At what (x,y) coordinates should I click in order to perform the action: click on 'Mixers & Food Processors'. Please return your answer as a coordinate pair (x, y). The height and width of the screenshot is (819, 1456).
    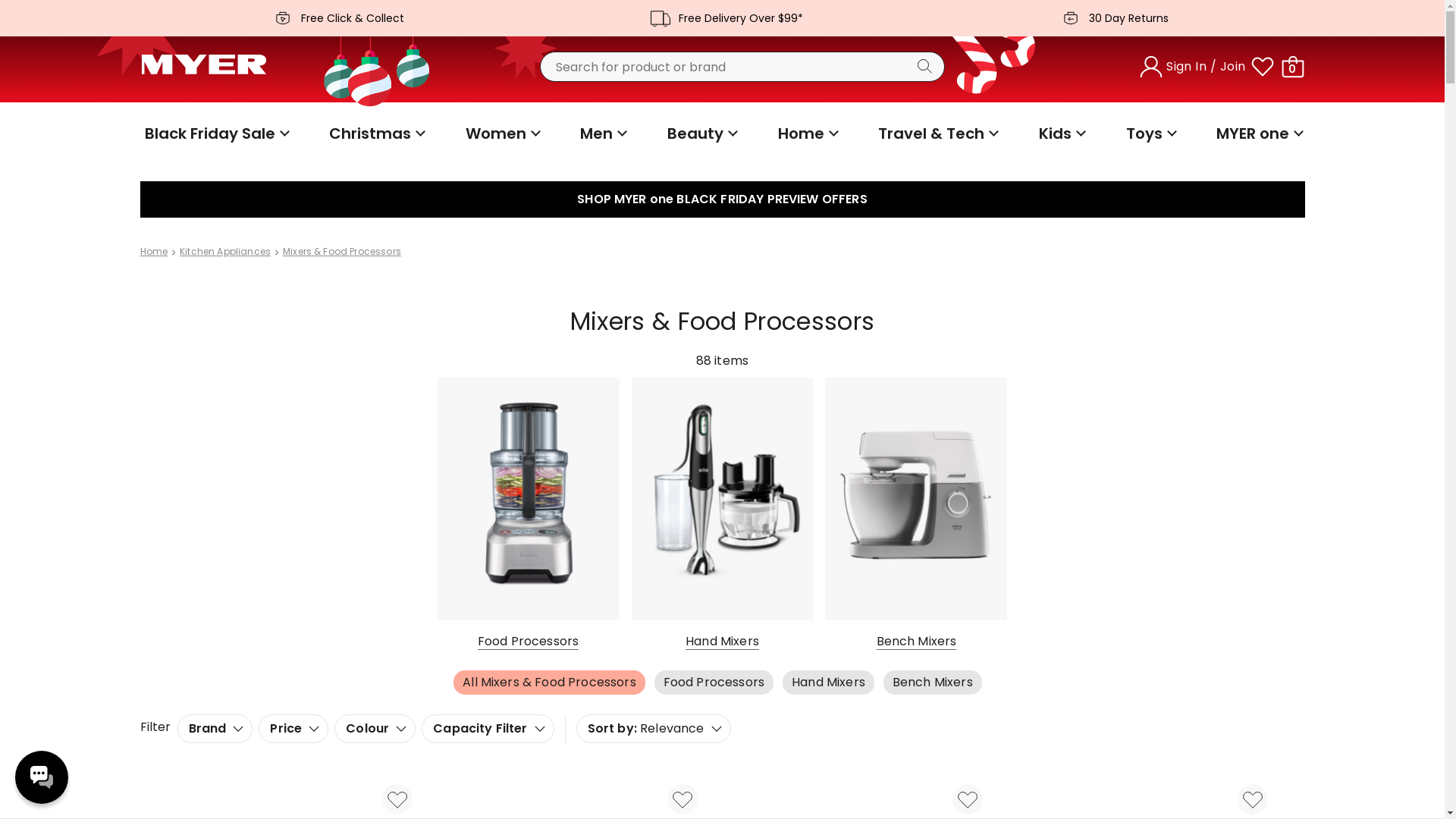
    Looking at the image, I should click on (341, 250).